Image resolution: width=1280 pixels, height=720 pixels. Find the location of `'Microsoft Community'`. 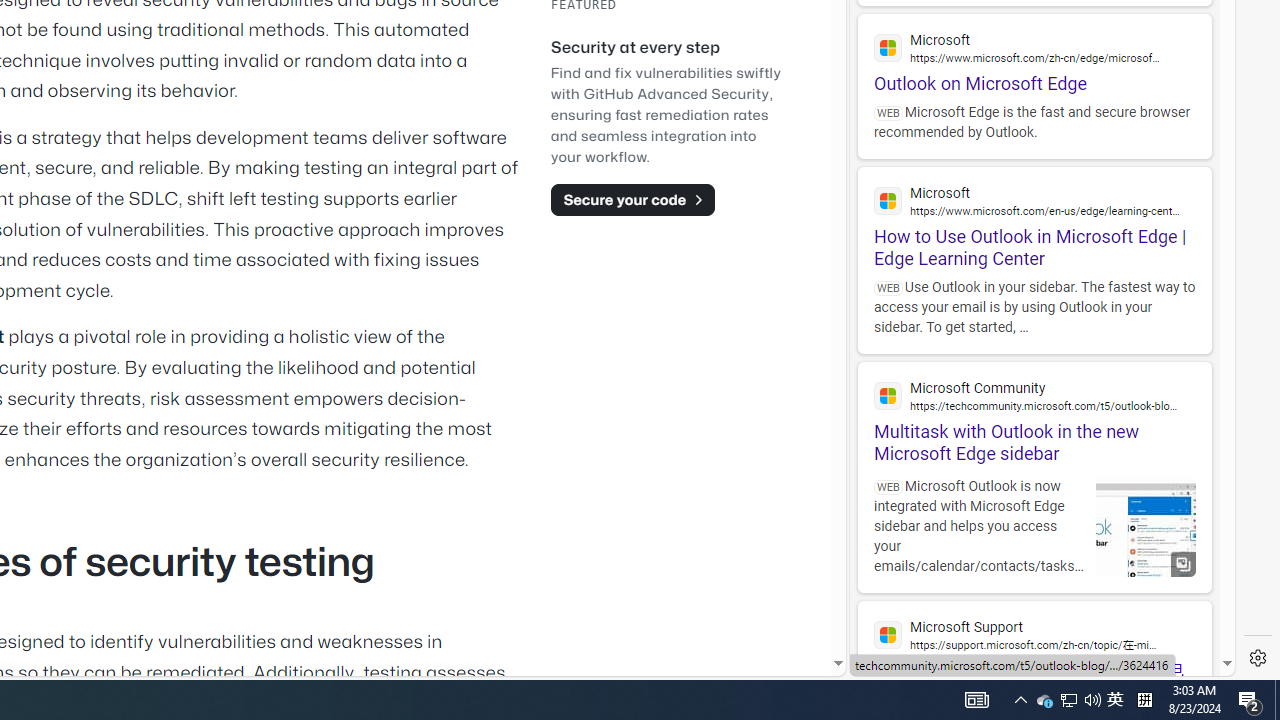

'Microsoft Community' is located at coordinates (1034, 395).